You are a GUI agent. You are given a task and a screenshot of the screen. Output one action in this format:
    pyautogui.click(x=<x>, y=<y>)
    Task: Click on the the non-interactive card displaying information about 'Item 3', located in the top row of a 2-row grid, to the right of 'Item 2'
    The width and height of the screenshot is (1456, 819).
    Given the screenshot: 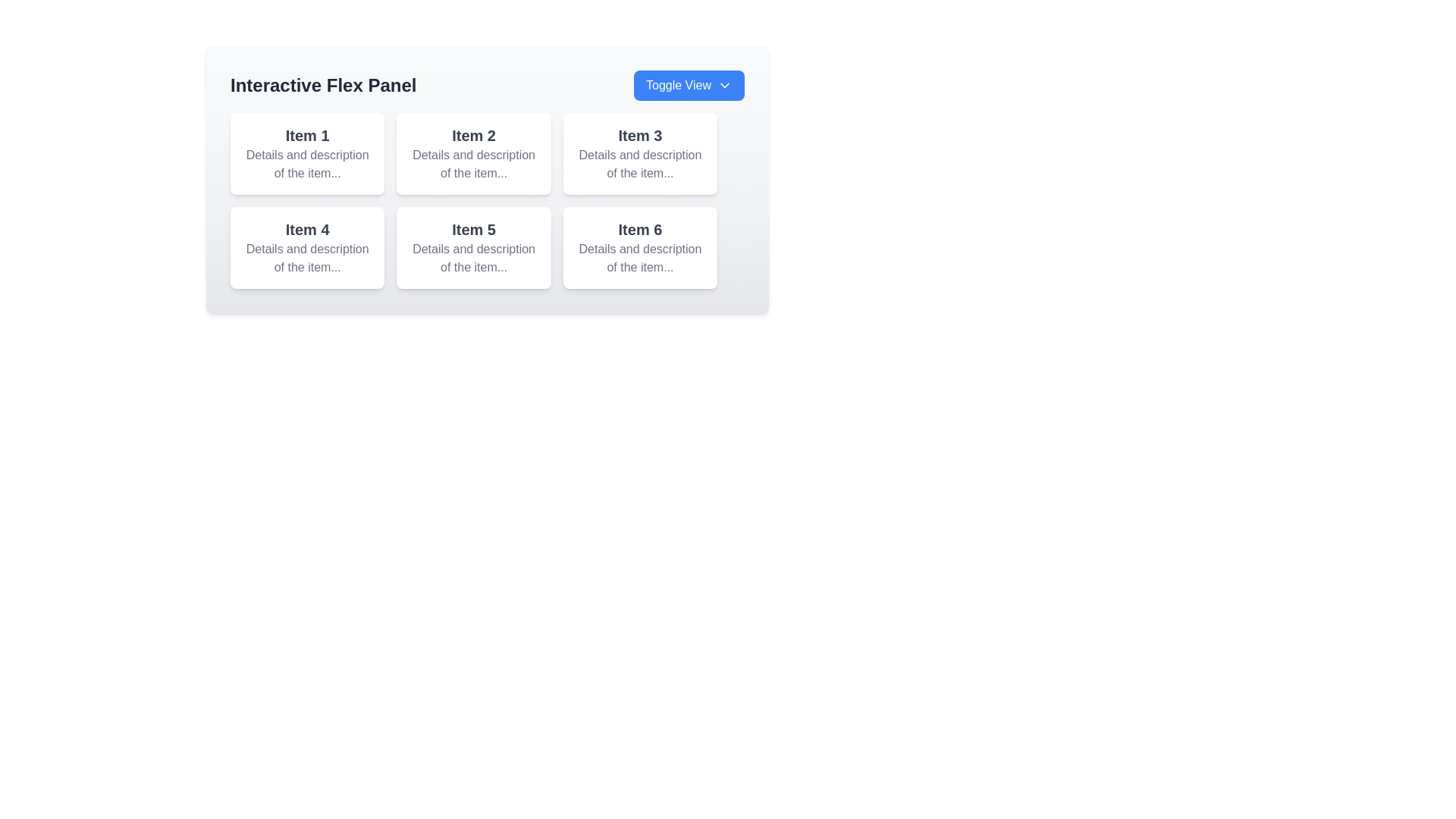 What is the action you would take?
    pyautogui.click(x=640, y=154)
    